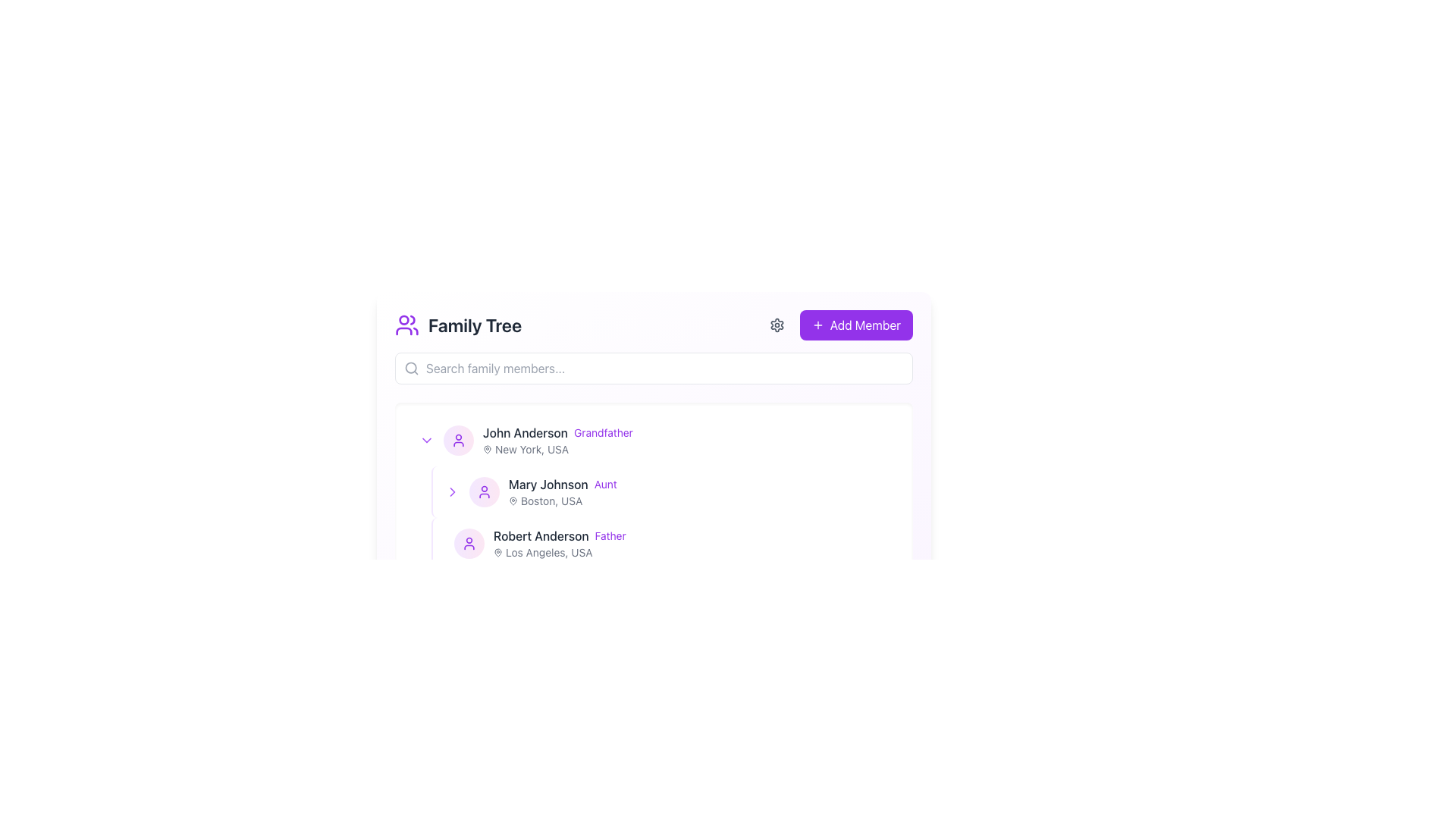 The image size is (1456, 819). Describe the element at coordinates (532, 449) in the screenshot. I see `the text label displaying 'New York, USA' which is located next to the map pin icon in the family tree structure for 'John Anderson'` at that location.